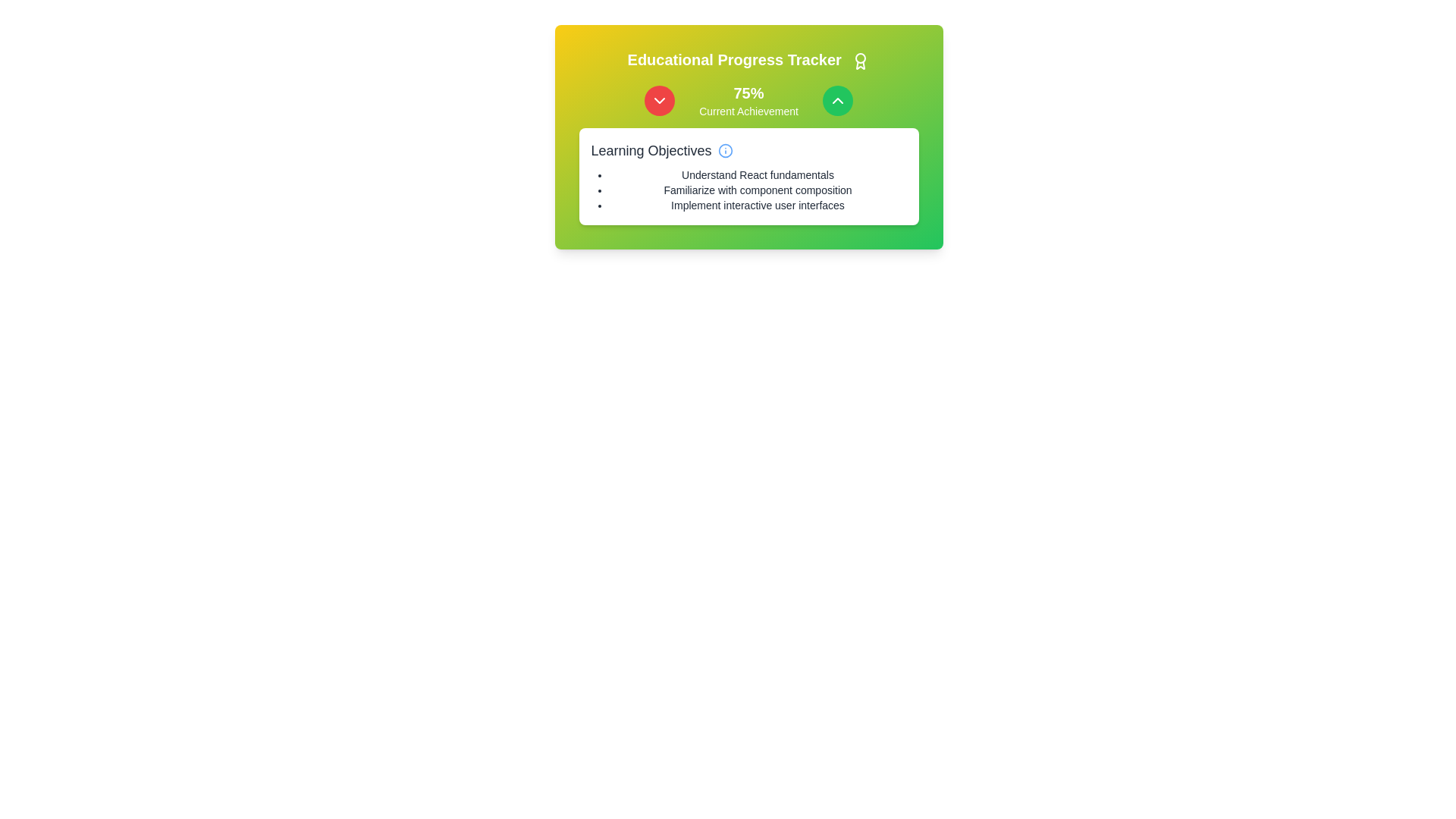  Describe the element at coordinates (659, 100) in the screenshot. I see `the red circular button with a white downward chevron icon located to the left of the '75% Current Achievement' text` at that location.